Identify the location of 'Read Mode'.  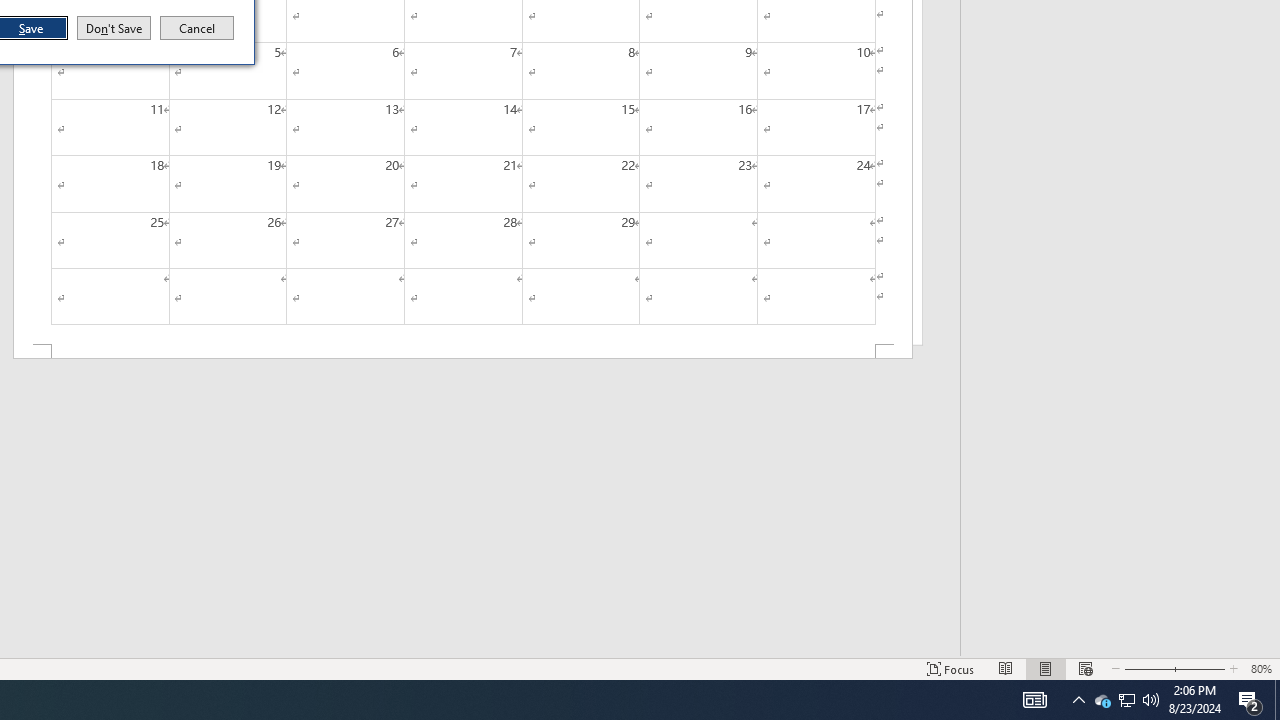
(1006, 669).